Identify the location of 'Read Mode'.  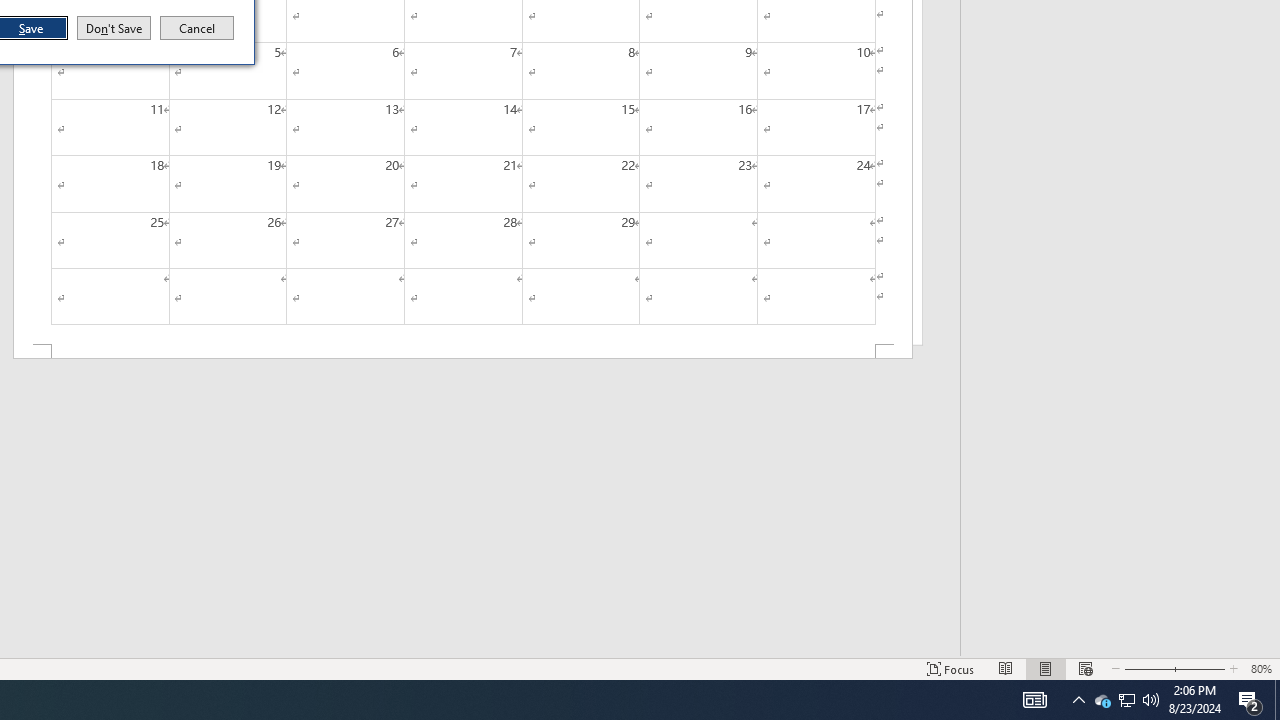
(1006, 669).